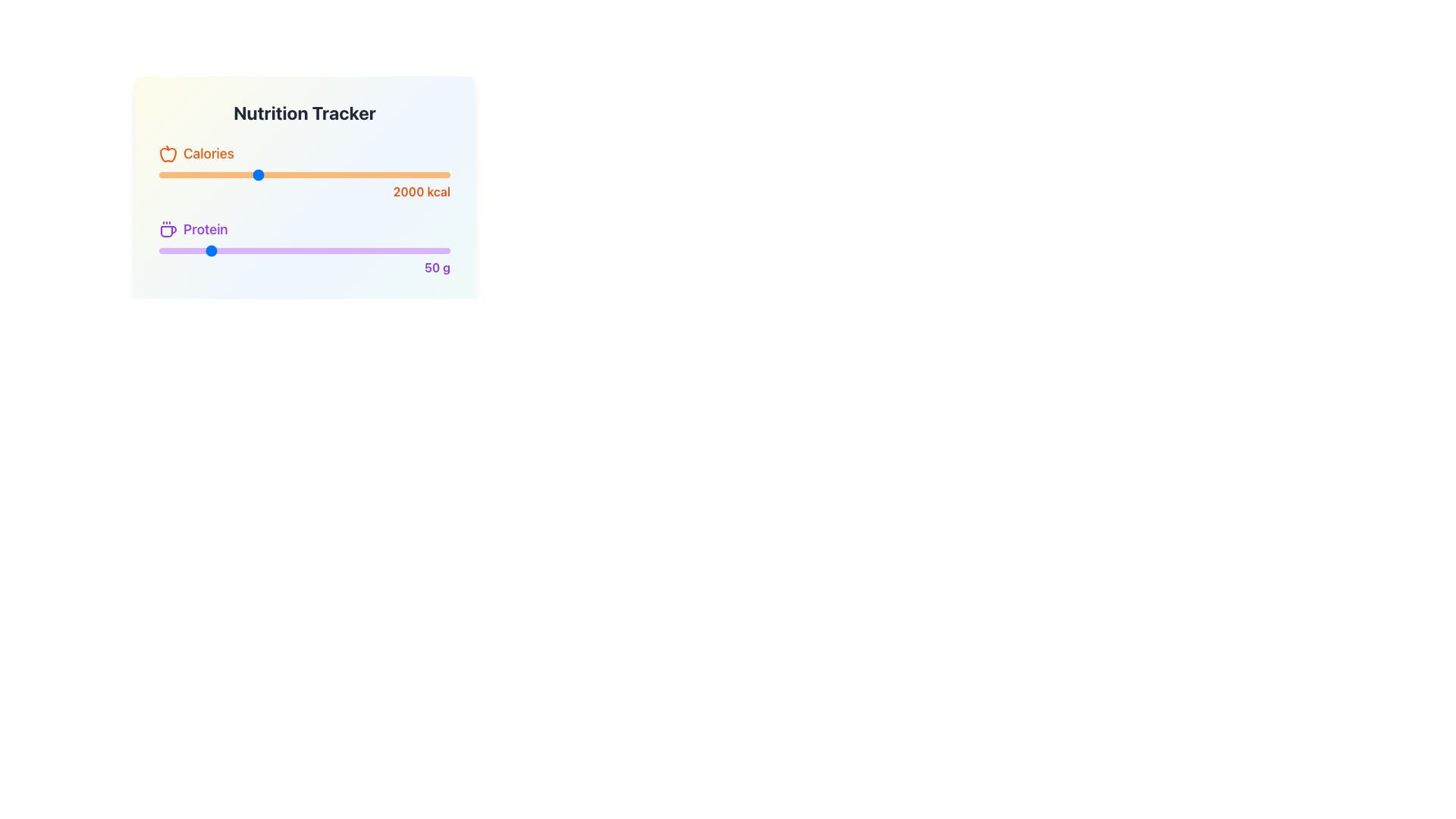 The width and height of the screenshot is (1456, 819). Describe the element at coordinates (265, 250) in the screenshot. I see `protein quantity` at that location.